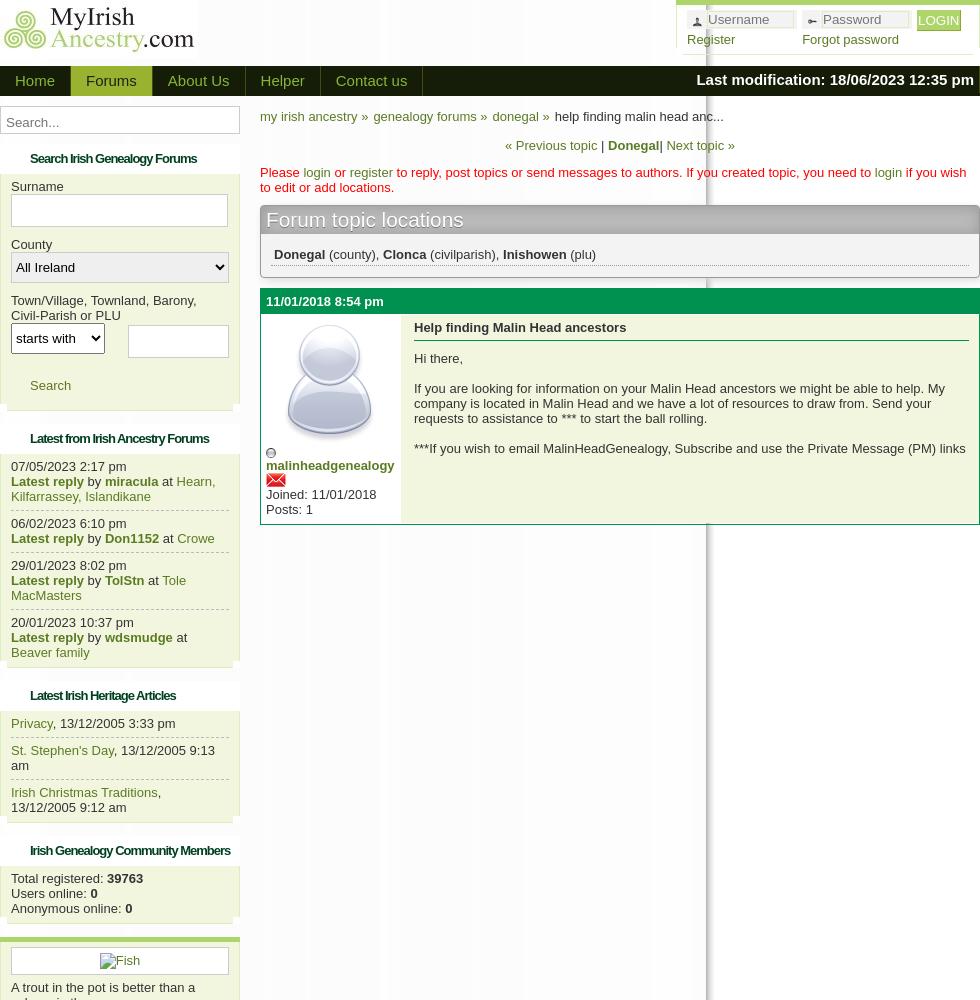  Describe the element at coordinates (68, 523) in the screenshot. I see `'06/02/2023 6:10 pm'` at that location.